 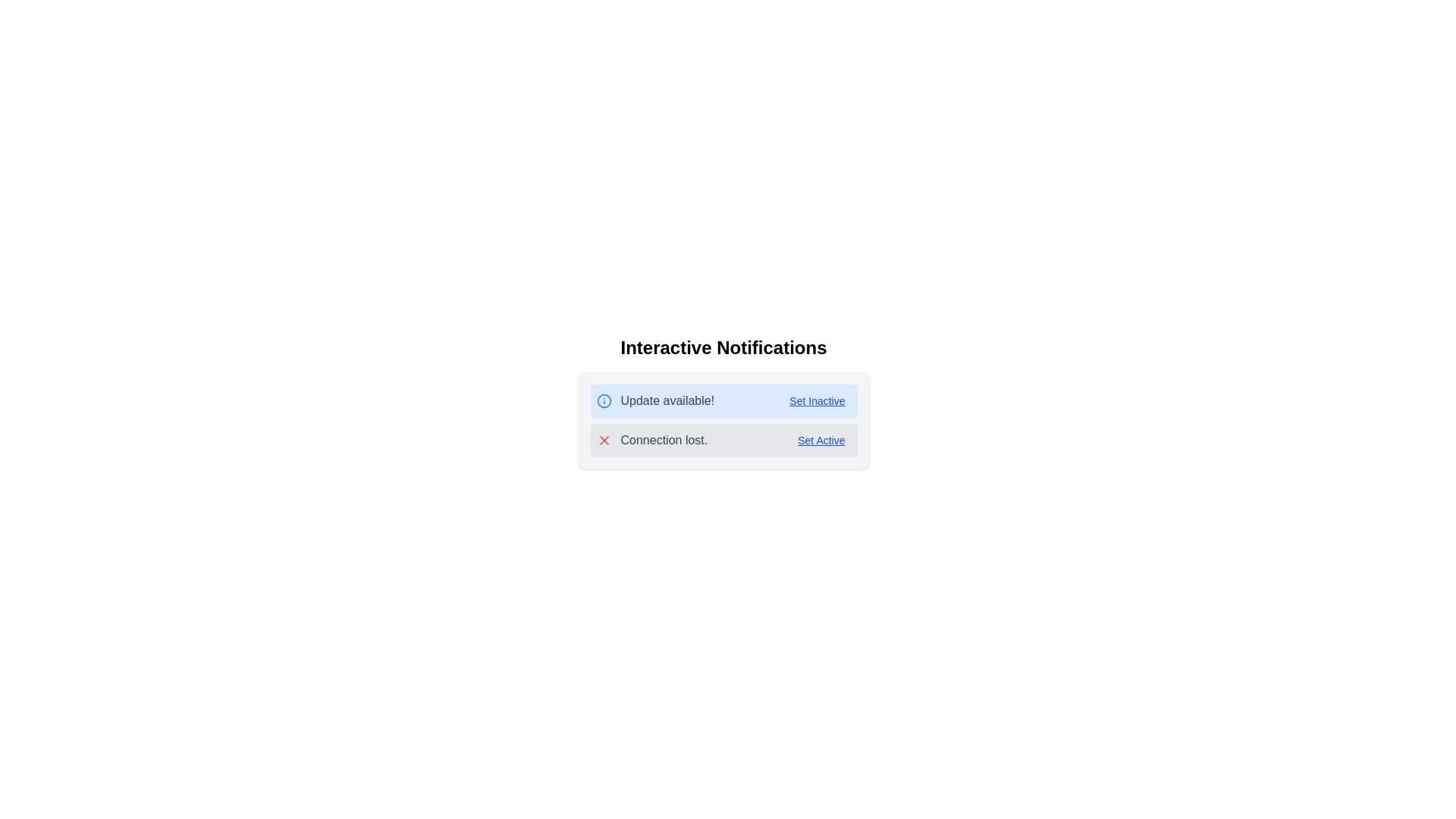 What do you see at coordinates (651, 441) in the screenshot?
I see `the static notification alert with a red cross icon and the text 'Connection lost.'` at bounding box center [651, 441].